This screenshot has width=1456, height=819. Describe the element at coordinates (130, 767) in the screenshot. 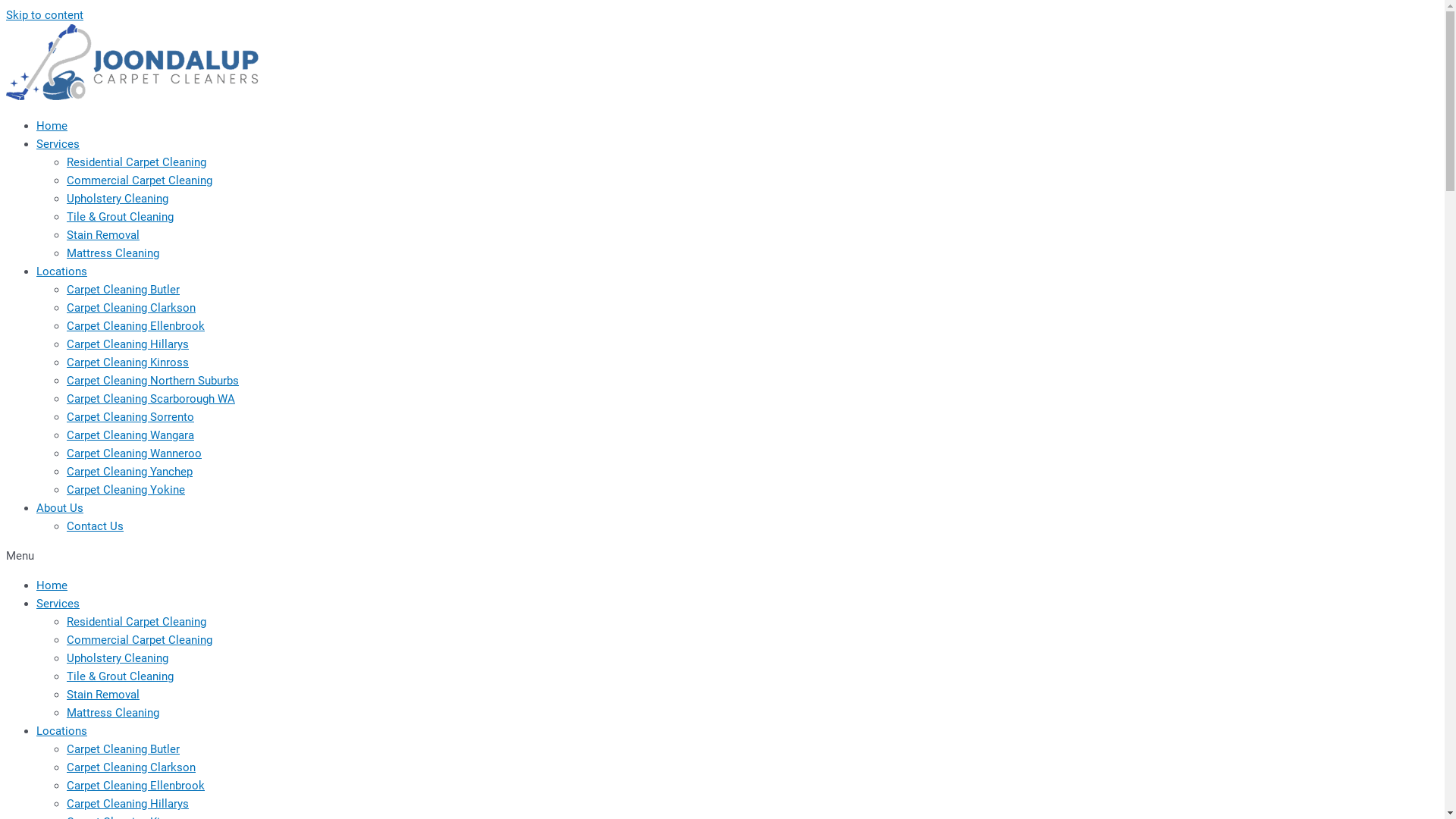

I see `'Carpet Cleaning Clarkson'` at that location.